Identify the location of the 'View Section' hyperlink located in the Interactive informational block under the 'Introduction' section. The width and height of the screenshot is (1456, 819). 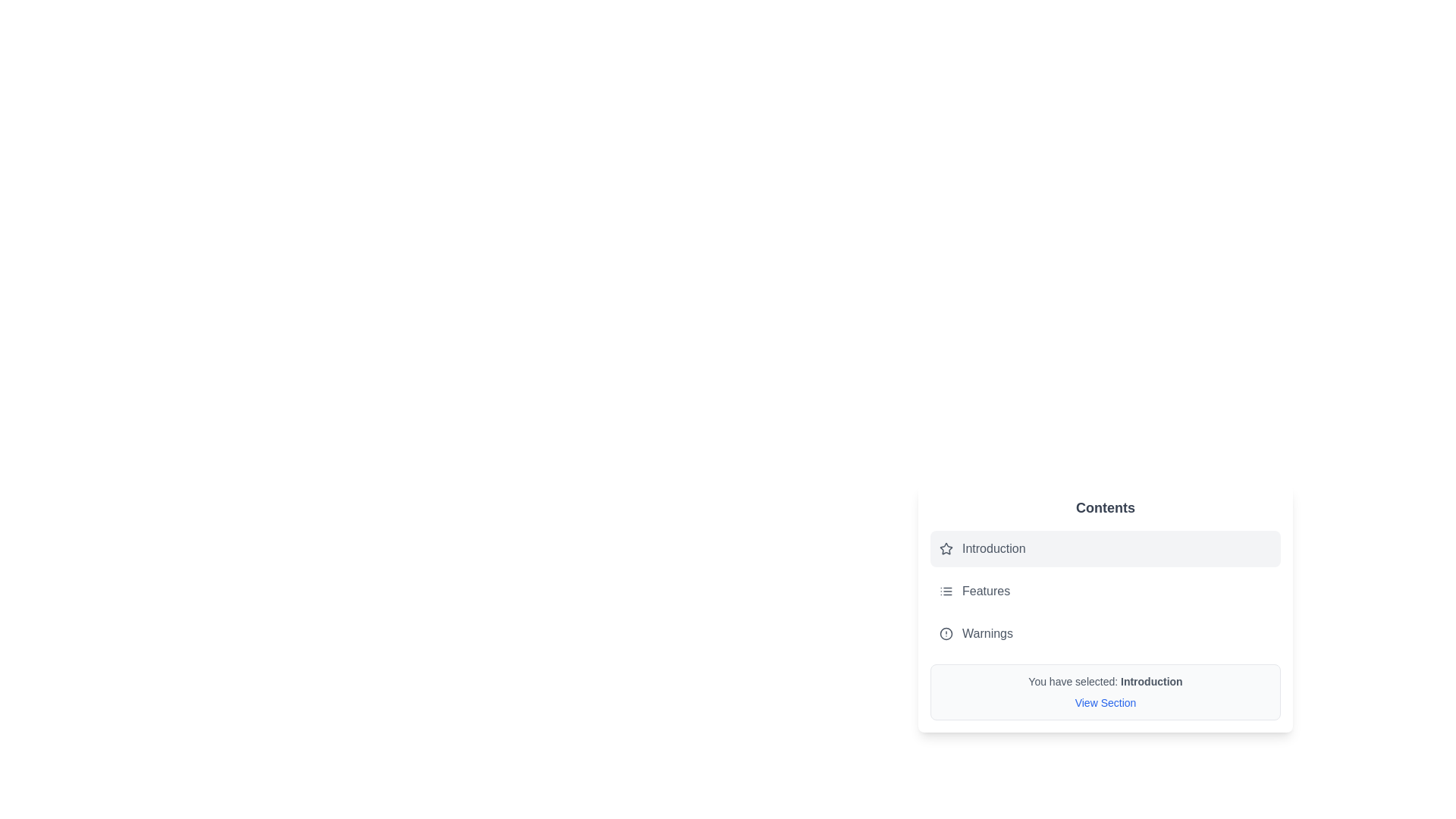
(1106, 692).